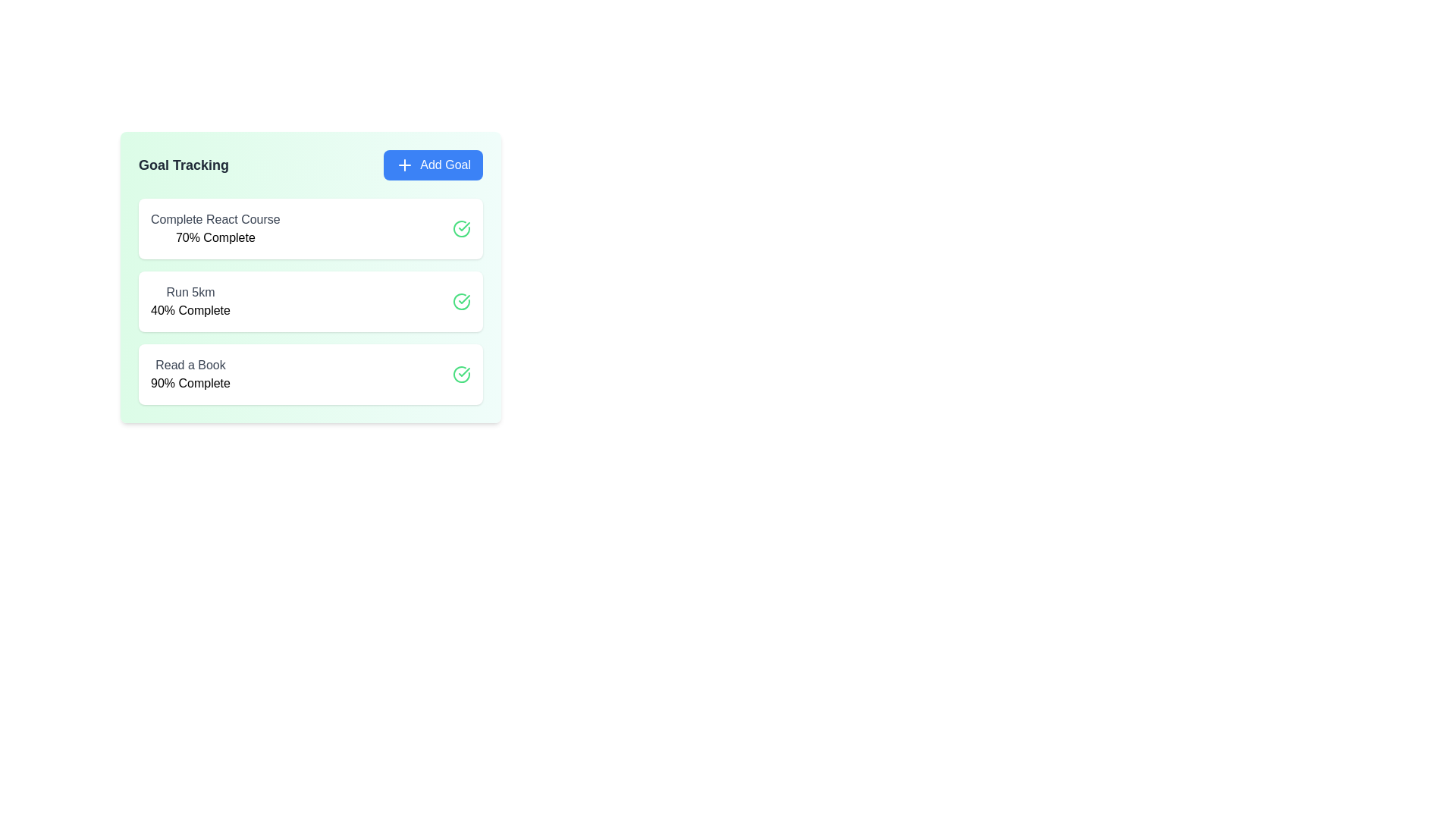 The image size is (1456, 819). Describe the element at coordinates (190, 366) in the screenshot. I see `the 'Read a Book' text label in the goal tracking section, which is styled with medium font-weight and gray color, located above the '90% Complete' progress indicator` at that location.